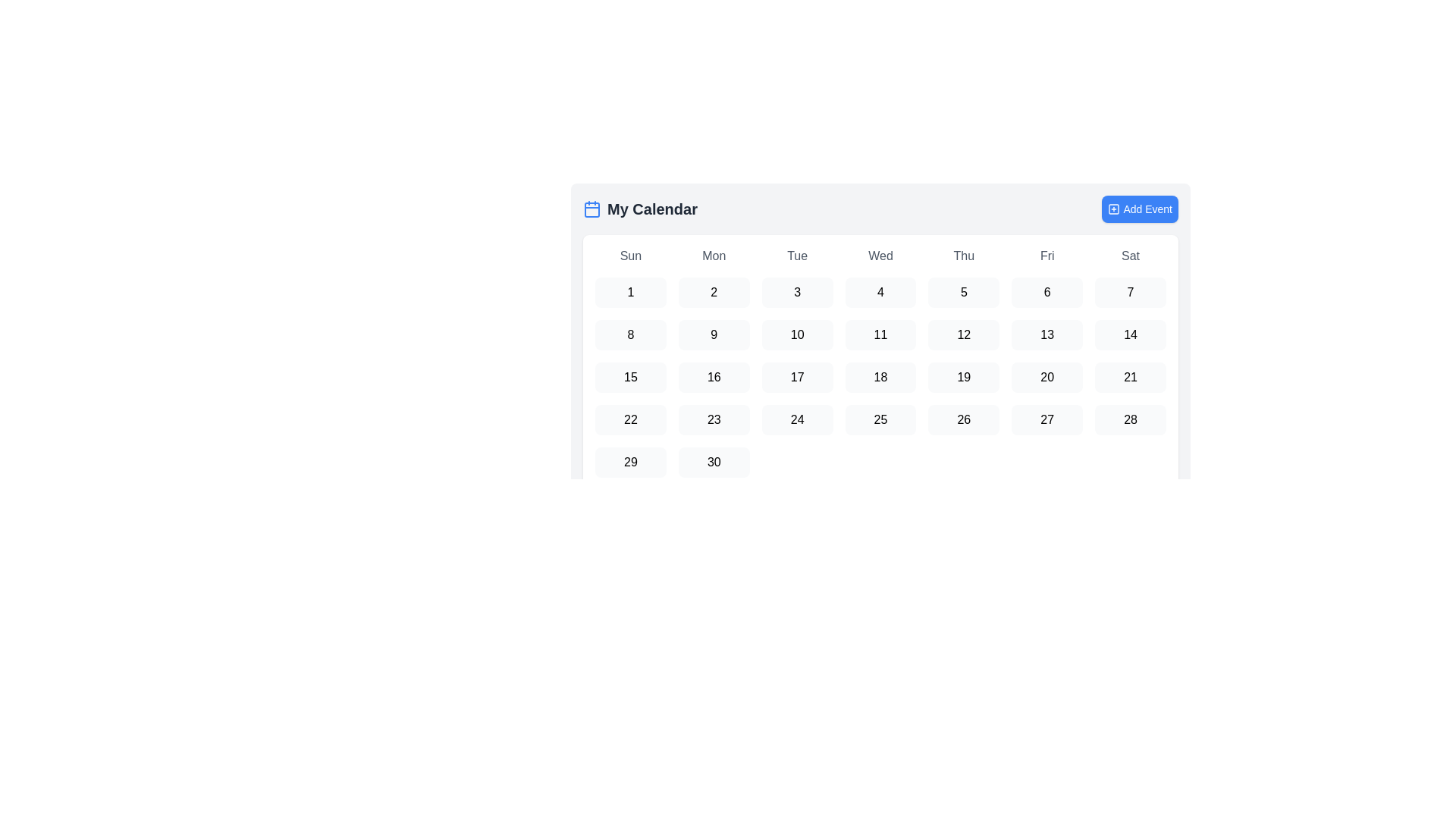  What do you see at coordinates (713, 292) in the screenshot?
I see `the calendar cell representing the second day of the month, located under 'Mon'` at bounding box center [713, 292].